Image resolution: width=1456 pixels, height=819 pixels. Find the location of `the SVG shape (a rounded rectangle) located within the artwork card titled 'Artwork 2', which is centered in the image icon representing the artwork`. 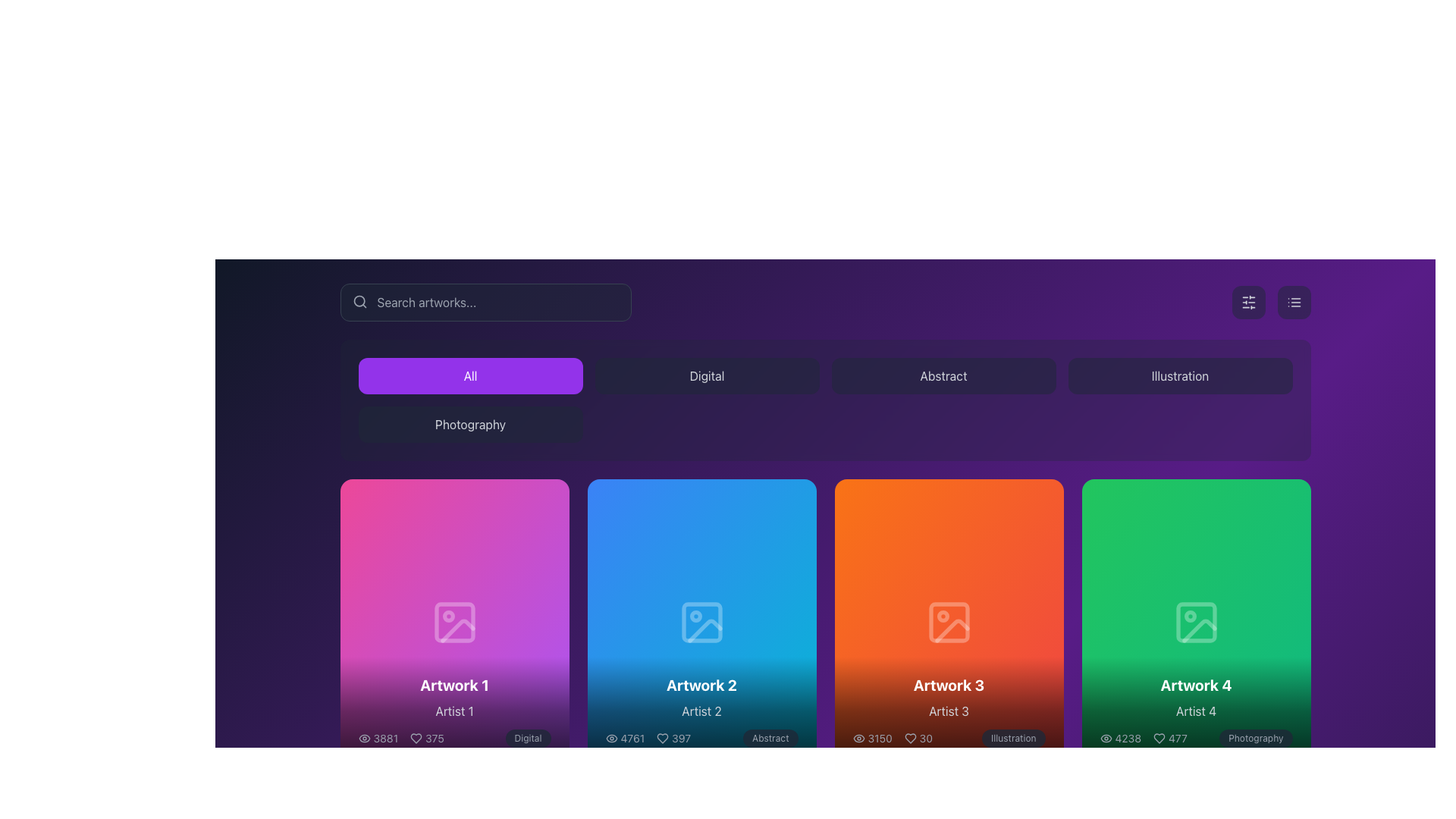

the SVG shape (a rounded rectangle) located within the artwork card titled 'Artwork 2', which is centered in the image icon representing the artwork is located at coordinates (701, 622).